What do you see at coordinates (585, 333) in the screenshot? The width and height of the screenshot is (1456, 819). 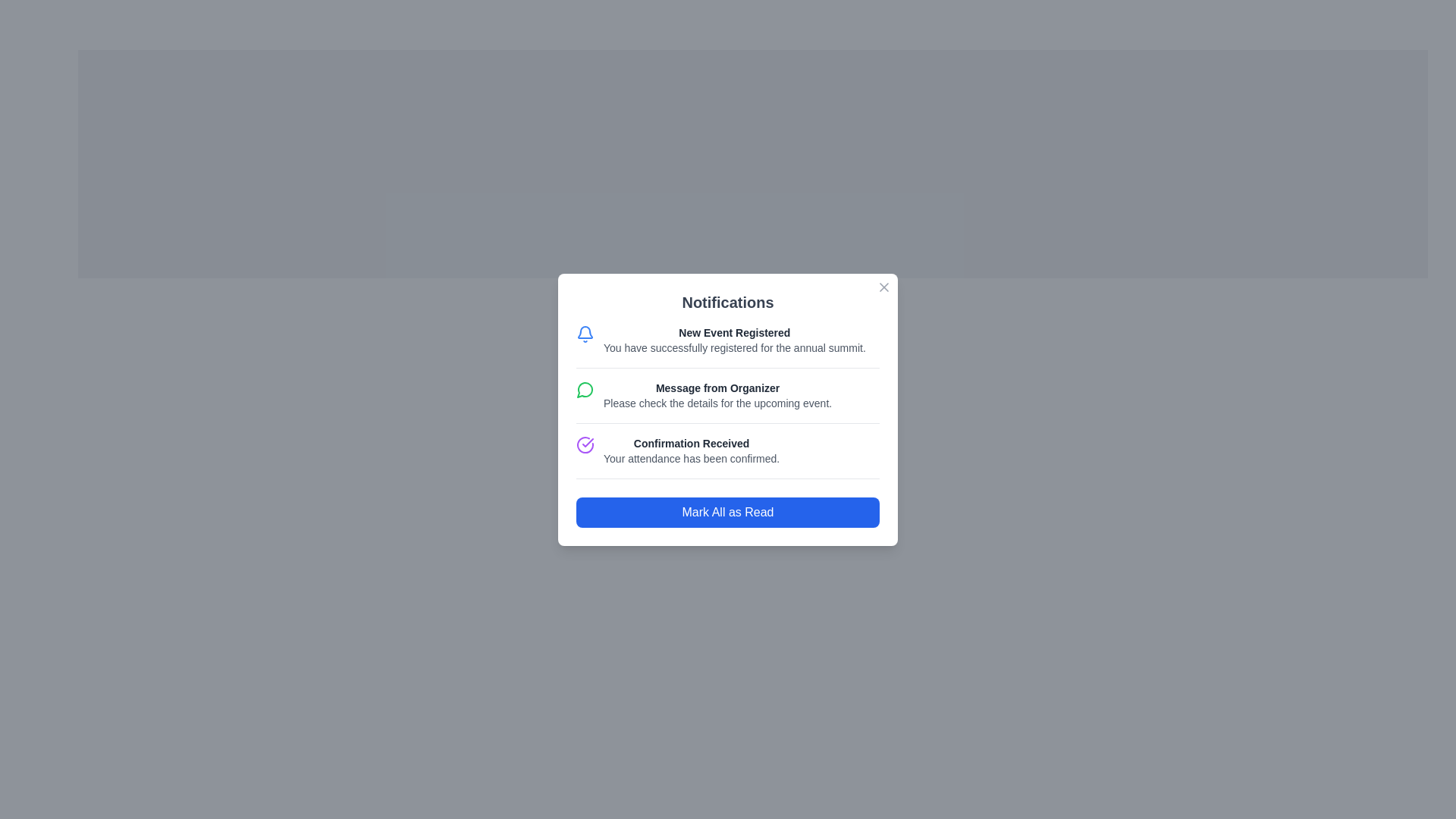 I see `the notification bell icon, which is blue and outlined, located next to the text 'New Event Registered' in the top-left area of the first notification card` at bounding box center [585, 333].